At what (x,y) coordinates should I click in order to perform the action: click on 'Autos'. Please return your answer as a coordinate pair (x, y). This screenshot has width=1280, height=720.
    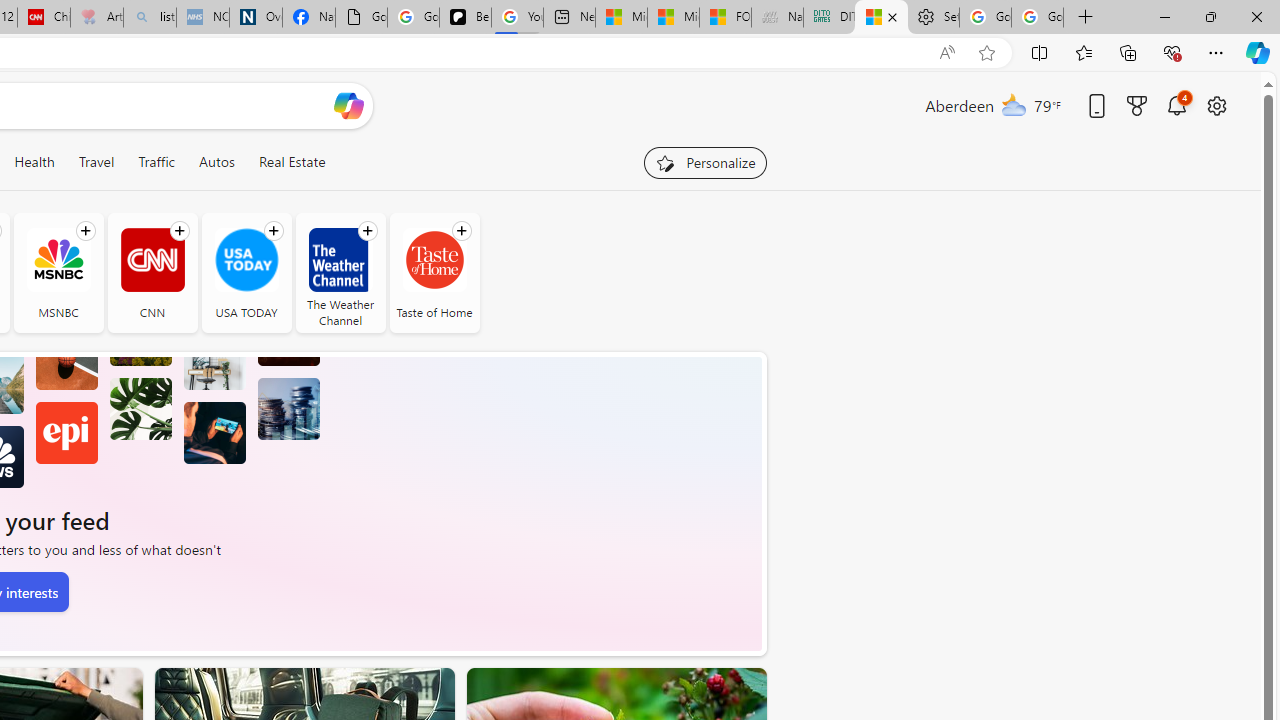
    Looking at the image, I should click on (216, 161).